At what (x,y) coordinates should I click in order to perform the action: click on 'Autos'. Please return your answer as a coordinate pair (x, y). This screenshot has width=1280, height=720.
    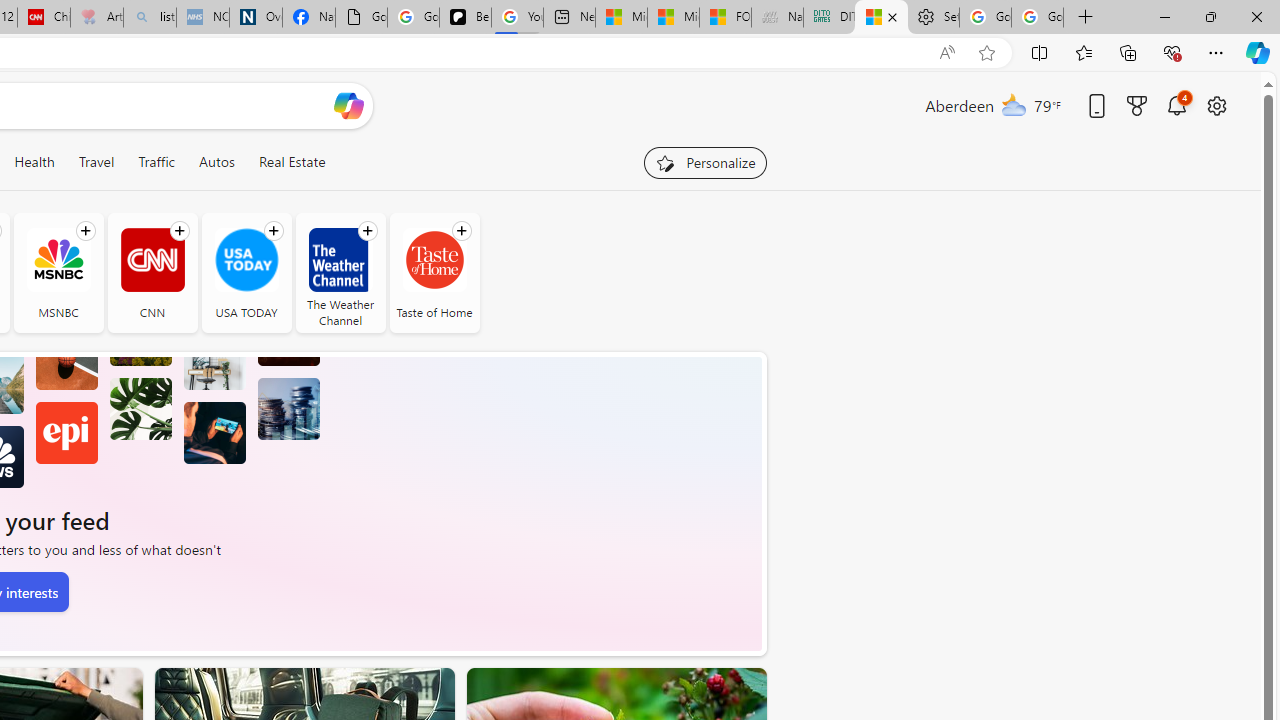
    Looking at the image, I should click on (216, 161).